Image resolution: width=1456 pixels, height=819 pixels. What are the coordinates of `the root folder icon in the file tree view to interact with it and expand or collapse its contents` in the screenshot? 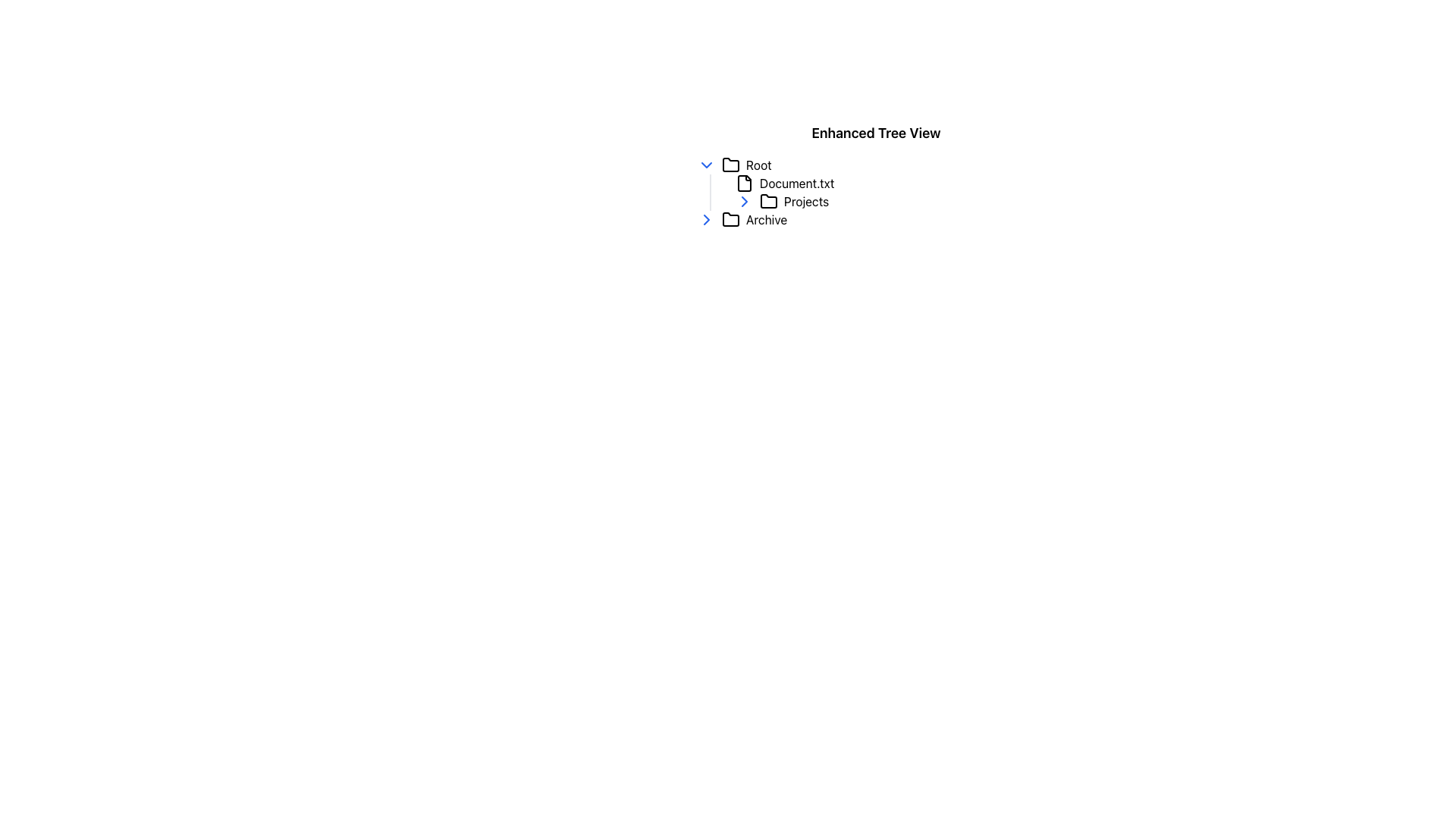 It's located at (731, 165).